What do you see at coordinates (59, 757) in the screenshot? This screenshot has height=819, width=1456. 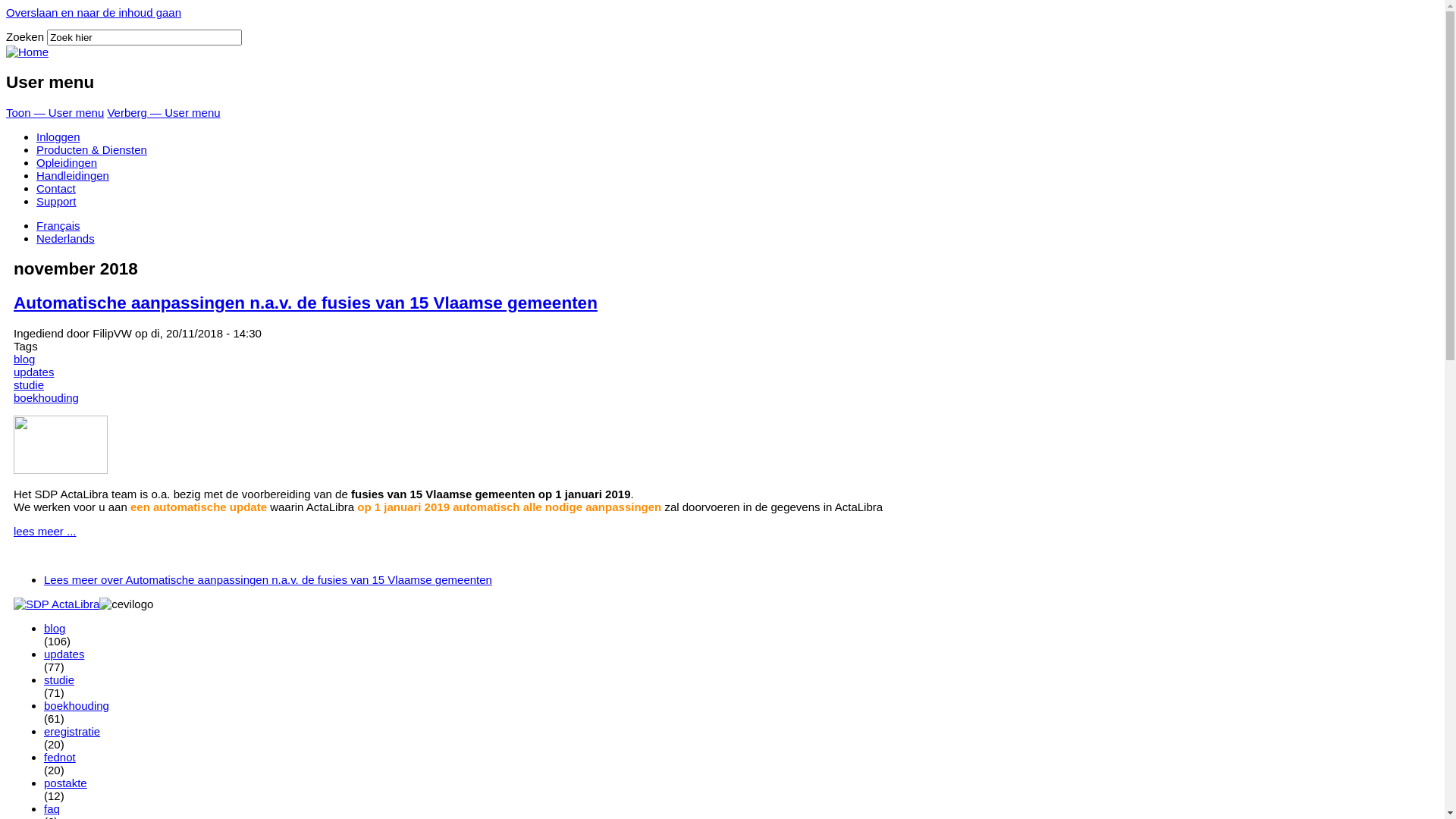 I see `'fednot'` at bounding box center [59, 757].